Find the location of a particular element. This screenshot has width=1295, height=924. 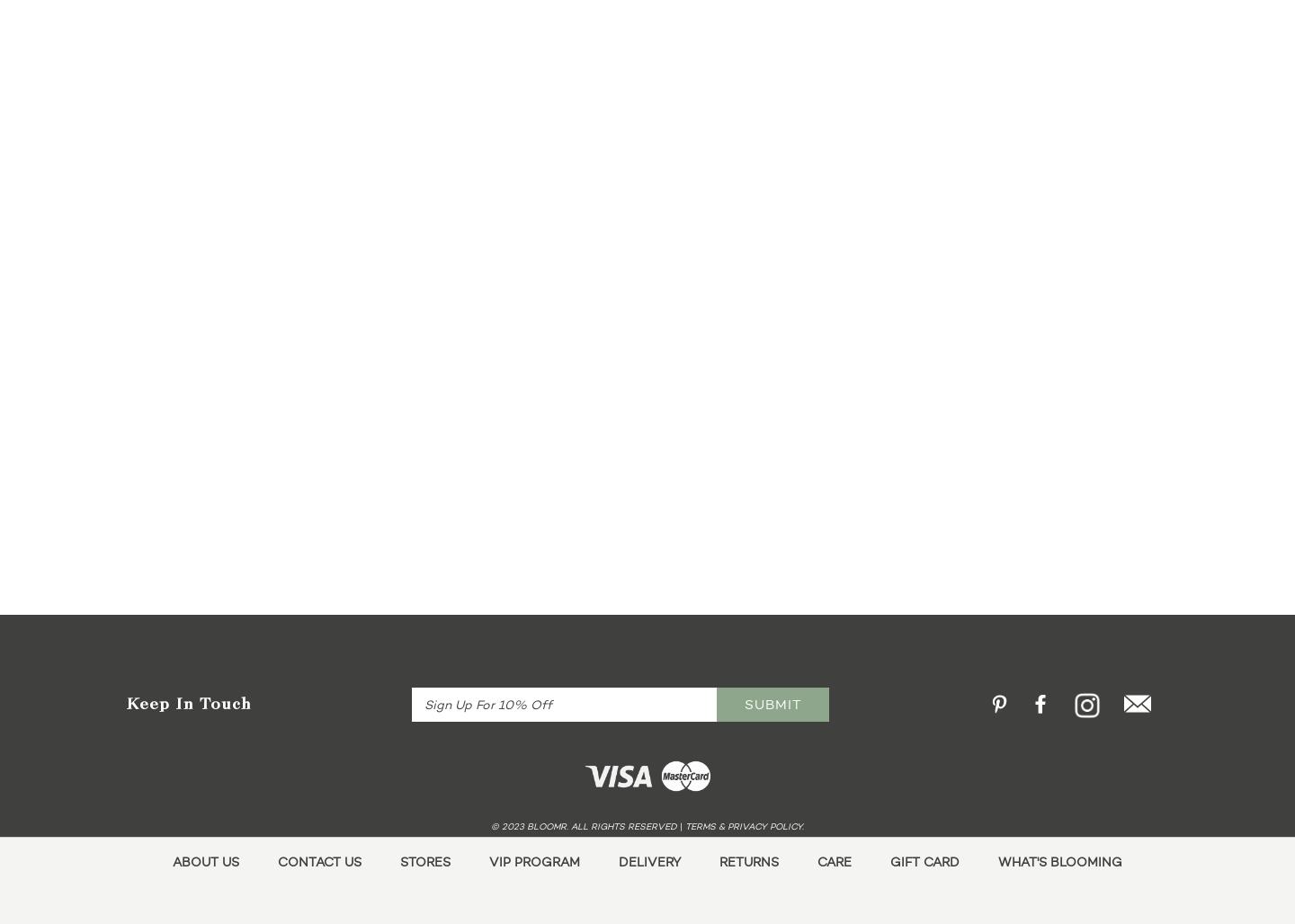

'privacy policy.' is located at coordinates (727, 825).